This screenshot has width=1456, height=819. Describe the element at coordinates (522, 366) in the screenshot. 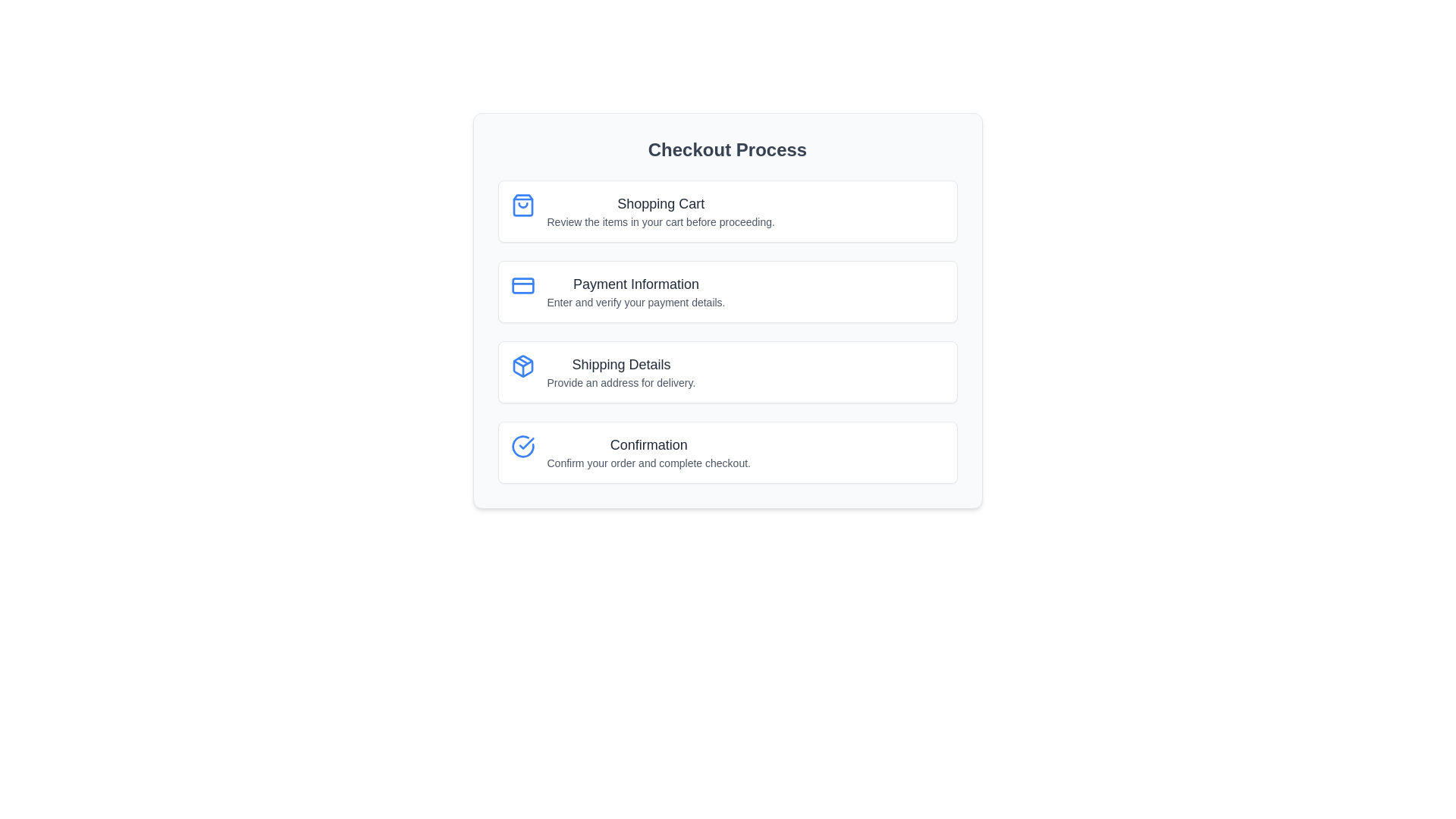

I see `the cube or package icon in wireframe style with a blue outline, located in the 'Shipping Details' section of the 'Checkout Process' card UI` at that location.